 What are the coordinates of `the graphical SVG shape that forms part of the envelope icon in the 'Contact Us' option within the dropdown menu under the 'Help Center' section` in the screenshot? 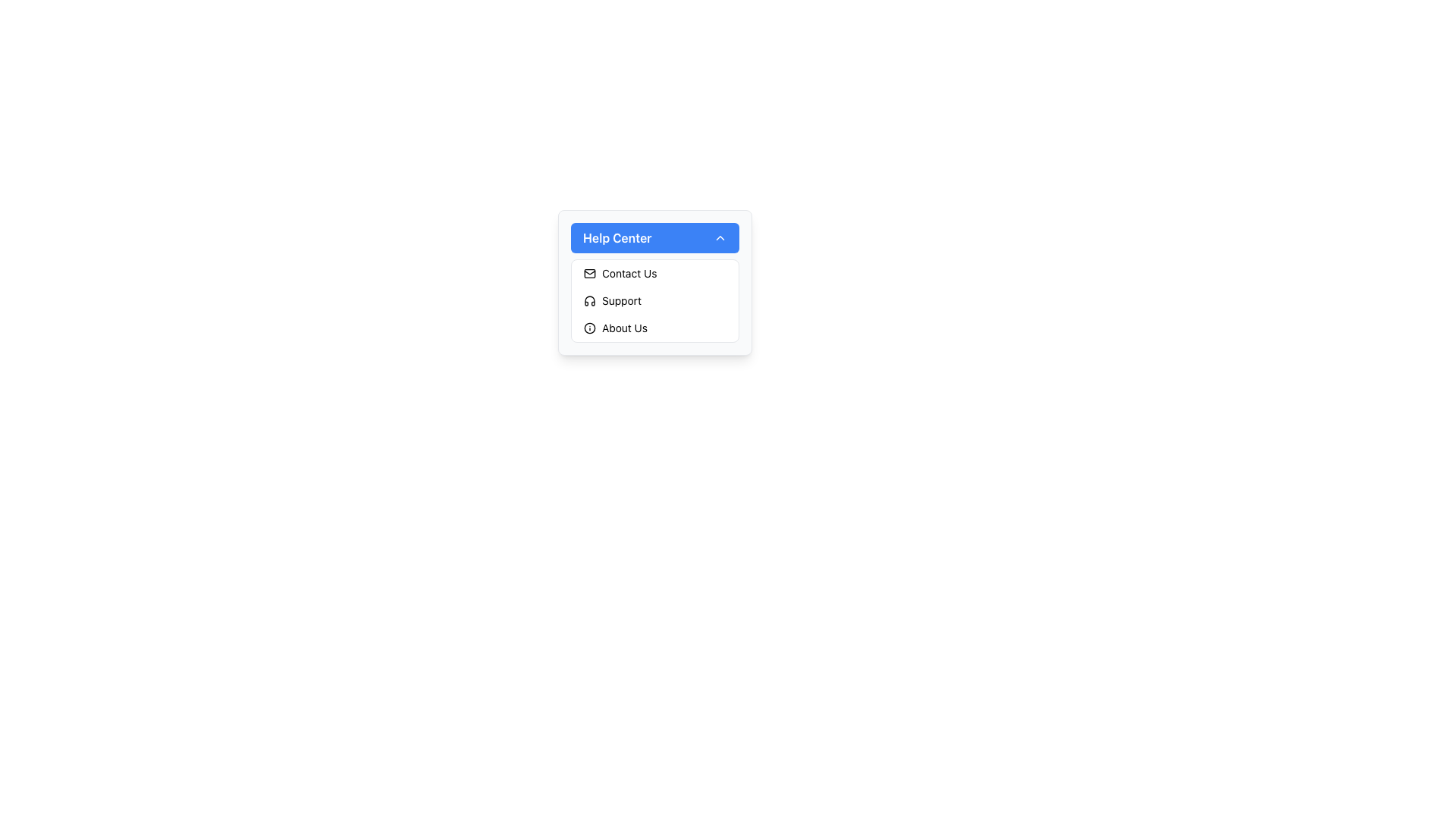 It's located at (588, 274).